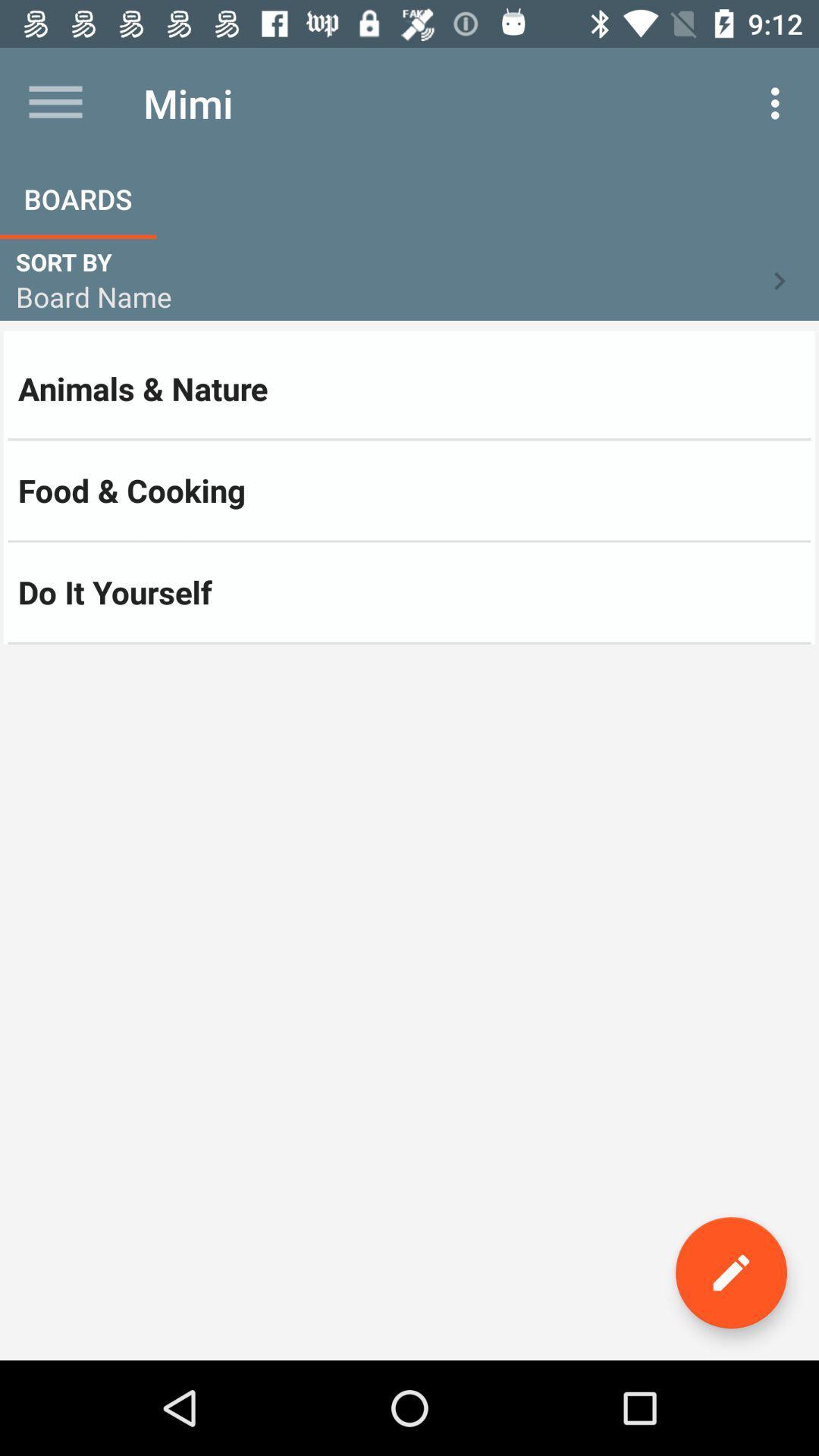  What do you see at coordinates (55, 102) in the screenshot?
I see `item to the left of mimi item` at bounding box center [55, 102].